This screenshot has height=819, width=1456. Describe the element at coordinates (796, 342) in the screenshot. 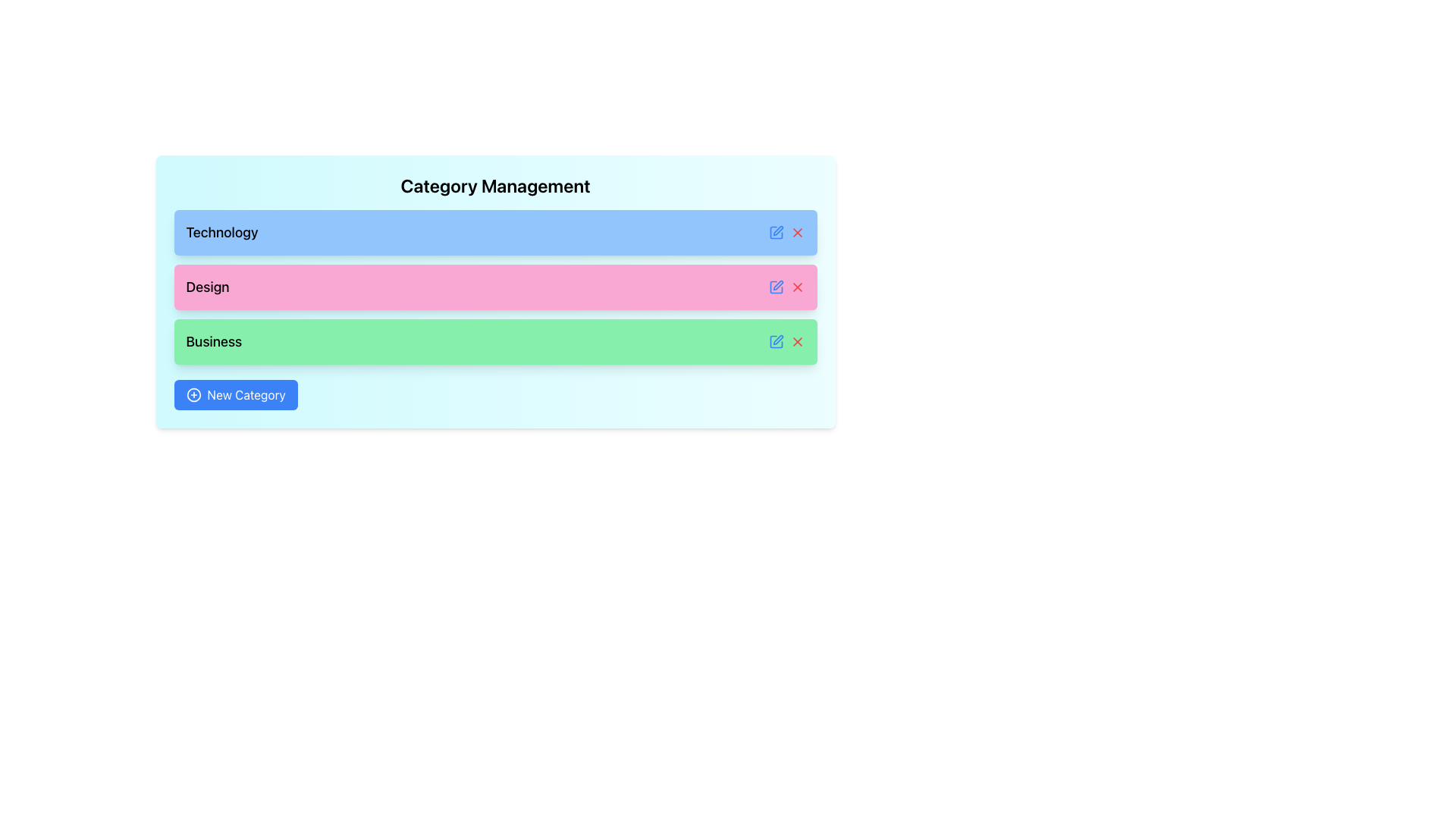

I see `the diagonal cross ('X') icon in the bottom-right corner of the green 'Business' category box` at that location.